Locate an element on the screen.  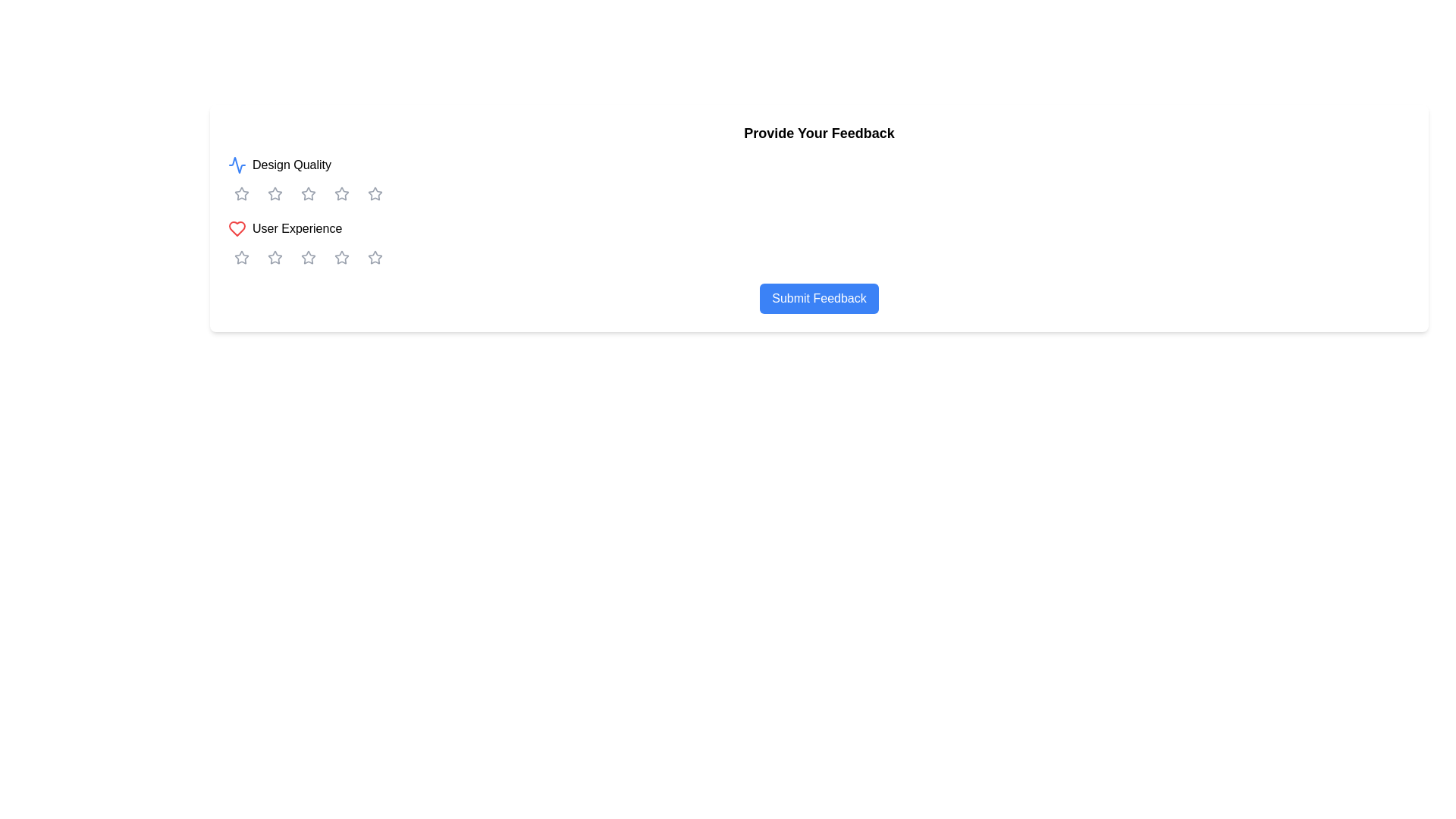
the first star in the row of five rating stars is located at coordinates (240, 193).